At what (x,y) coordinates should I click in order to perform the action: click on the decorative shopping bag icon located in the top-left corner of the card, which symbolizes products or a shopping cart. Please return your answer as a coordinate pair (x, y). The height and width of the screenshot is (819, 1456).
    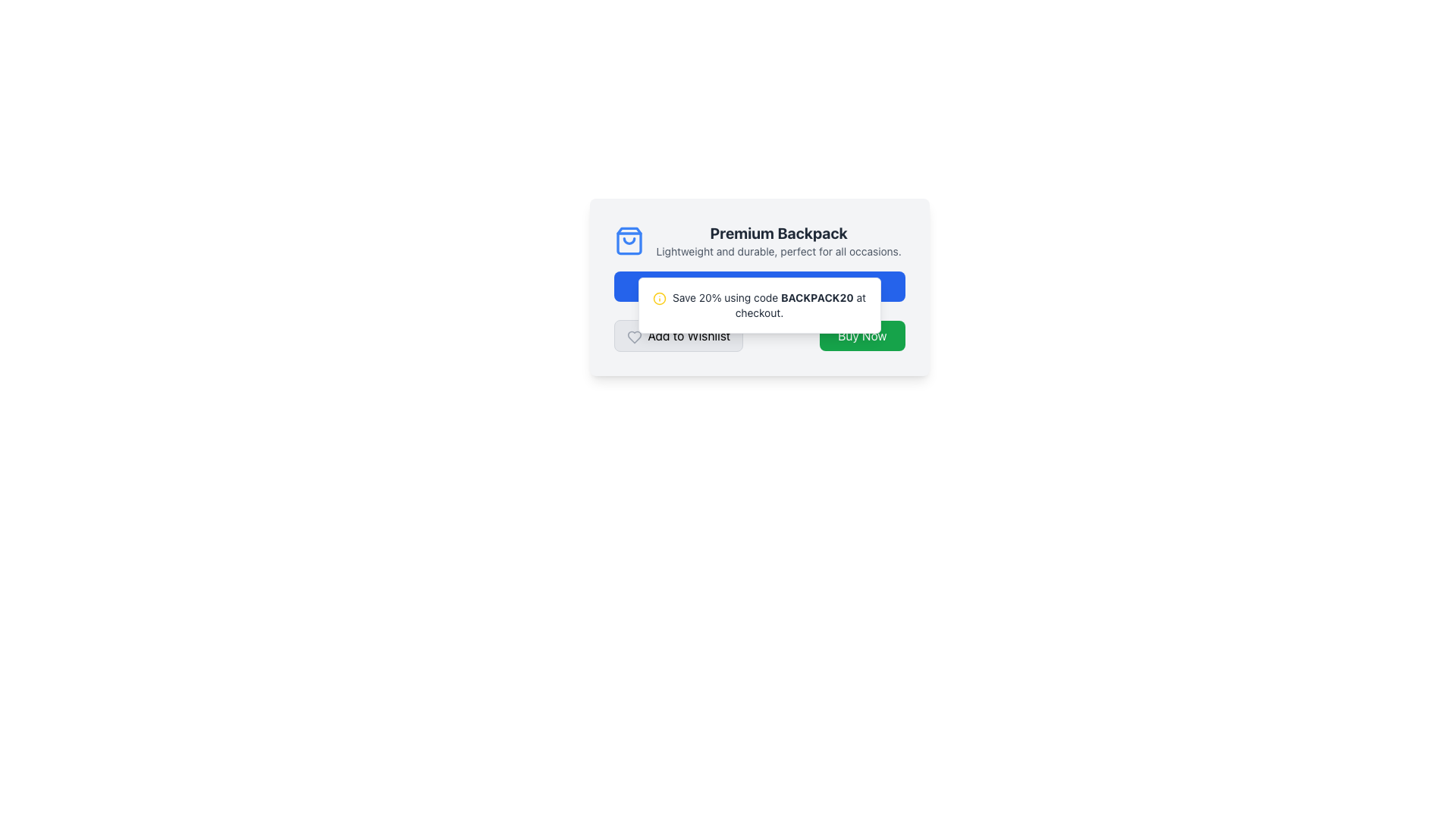
    Looking at the image, I should click on (629, 240).